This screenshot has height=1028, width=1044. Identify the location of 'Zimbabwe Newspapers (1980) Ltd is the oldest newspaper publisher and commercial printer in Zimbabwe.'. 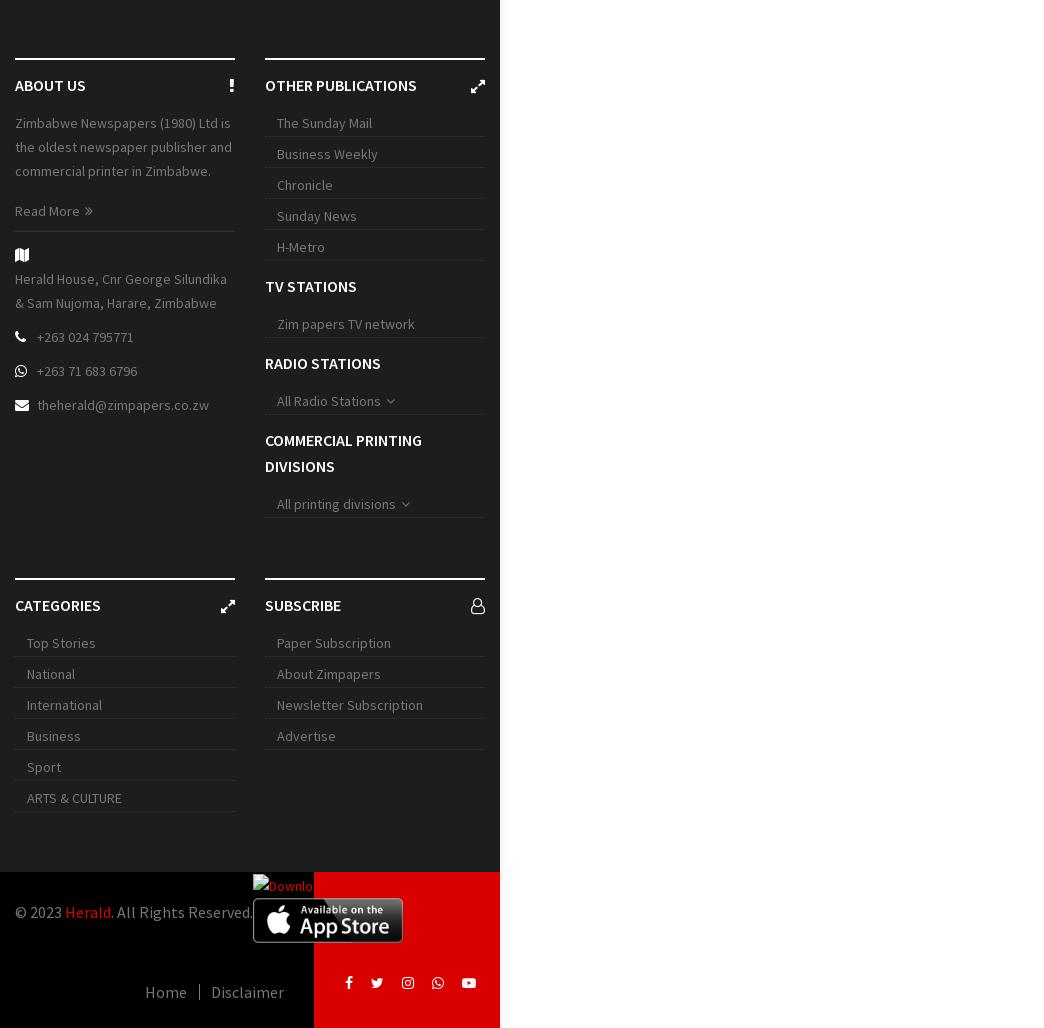
(14, 147).